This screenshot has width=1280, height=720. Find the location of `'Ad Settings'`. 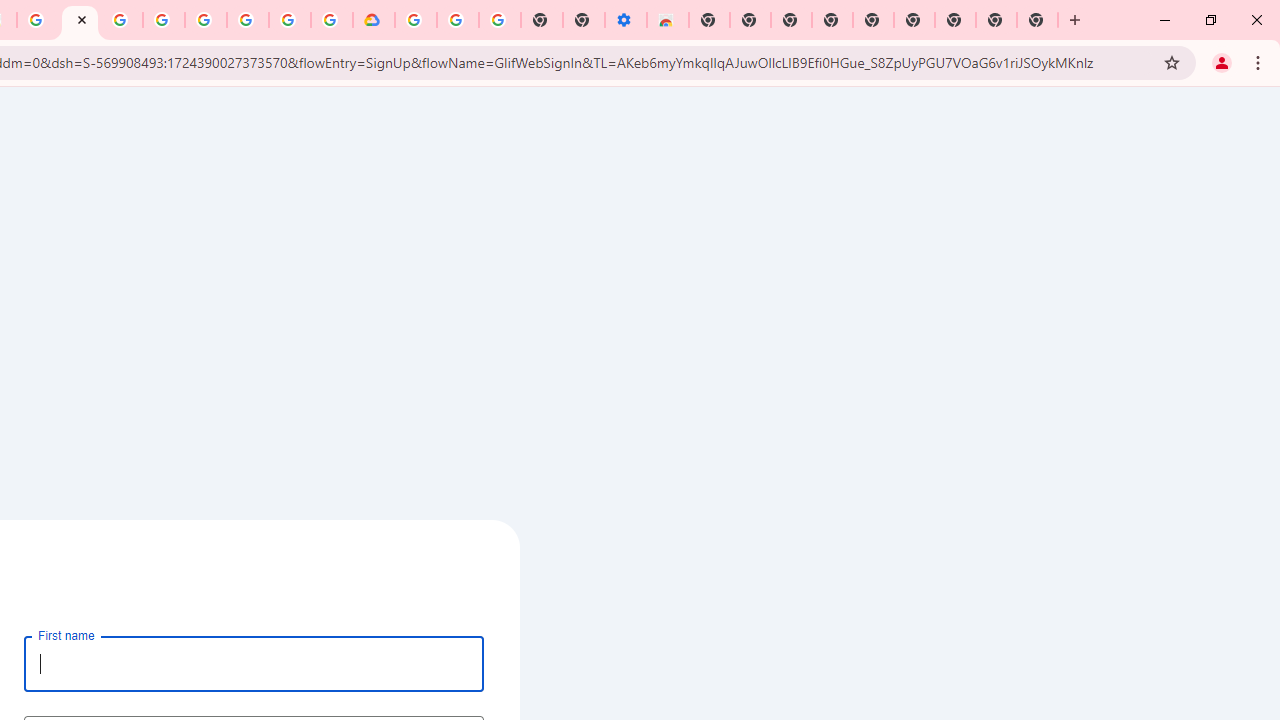

'Ad Settings' is located at coordinates (121, 20).